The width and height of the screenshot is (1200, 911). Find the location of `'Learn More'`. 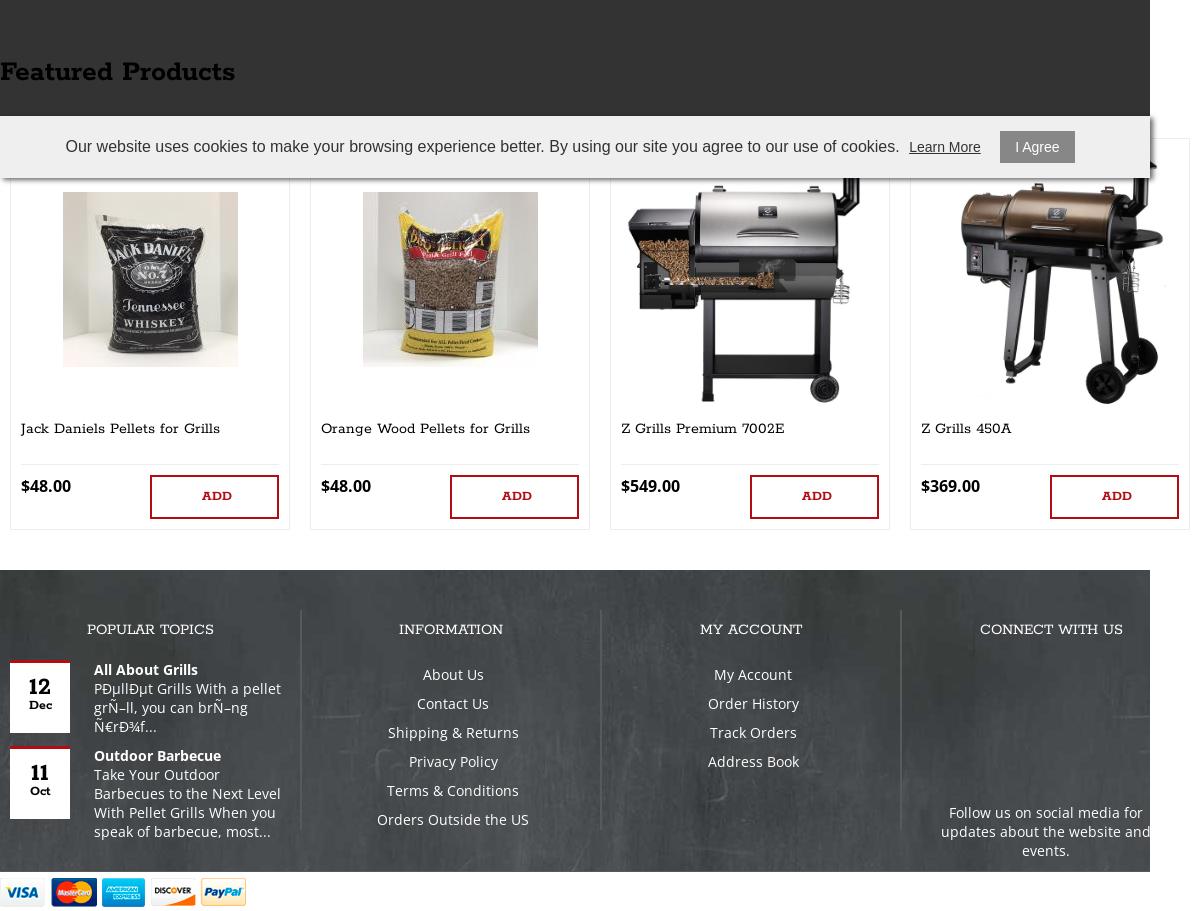

'Learn More' is located at coordinates (944, 147).